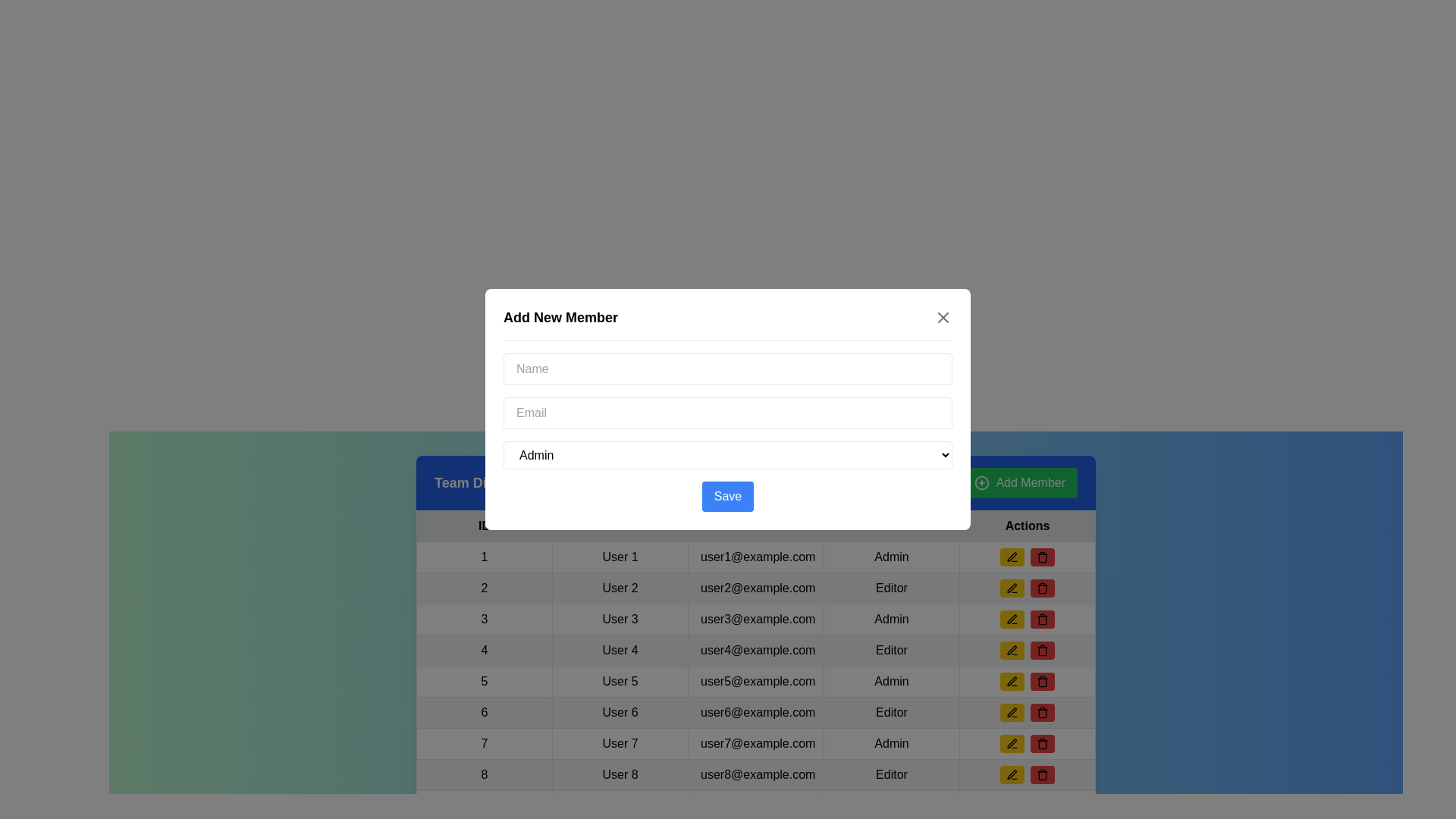 The width and height of the screenshot is (1456, 819). What do you see at coordinates (1041, 557) in the screenshot?
I see `the small red button with a trash can icon located on the rightmost side of the 'Actions' column to initiate a delete action` at bounding box center [1041, 557].